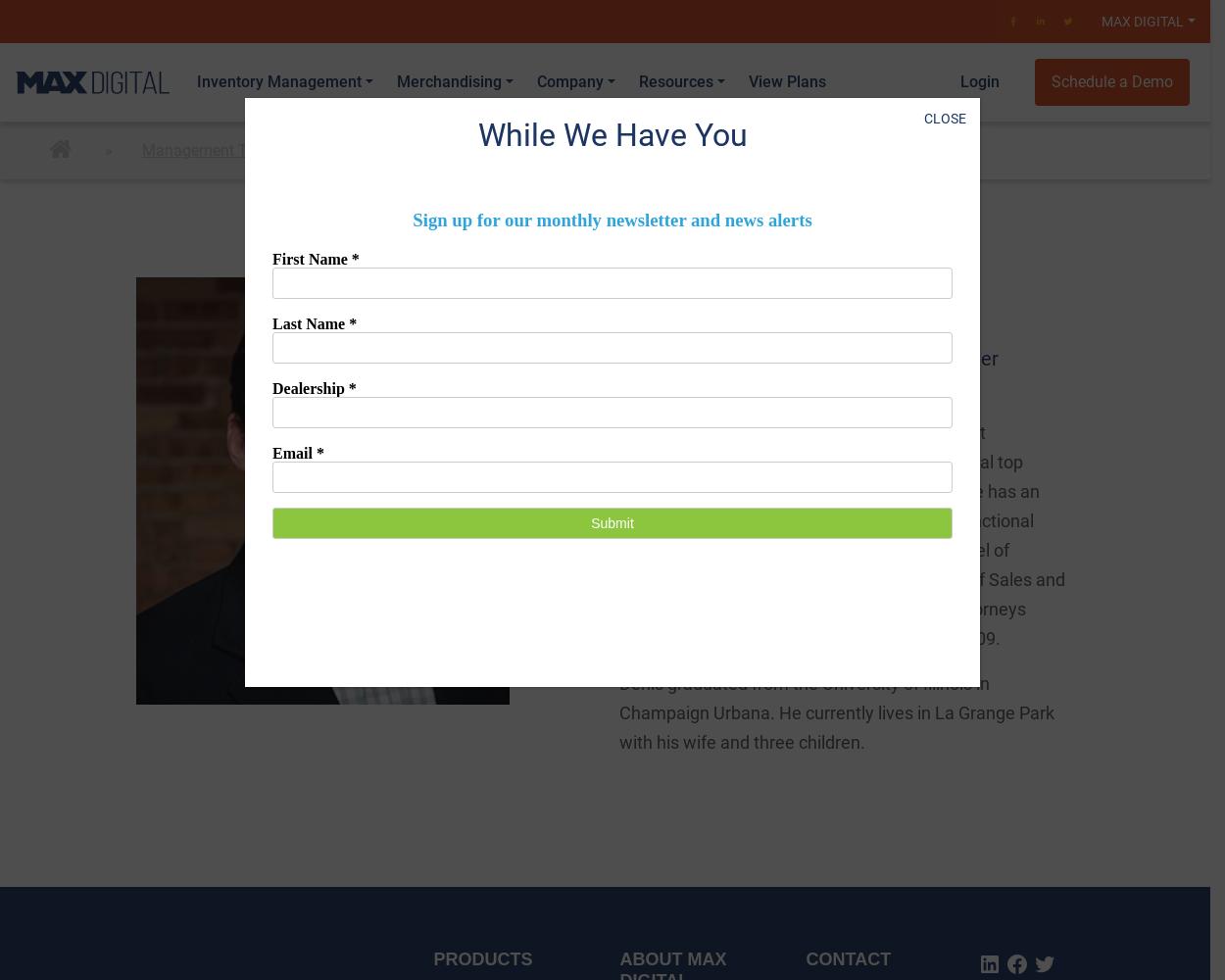  I want to click on 'Resources', so click(674, 80).